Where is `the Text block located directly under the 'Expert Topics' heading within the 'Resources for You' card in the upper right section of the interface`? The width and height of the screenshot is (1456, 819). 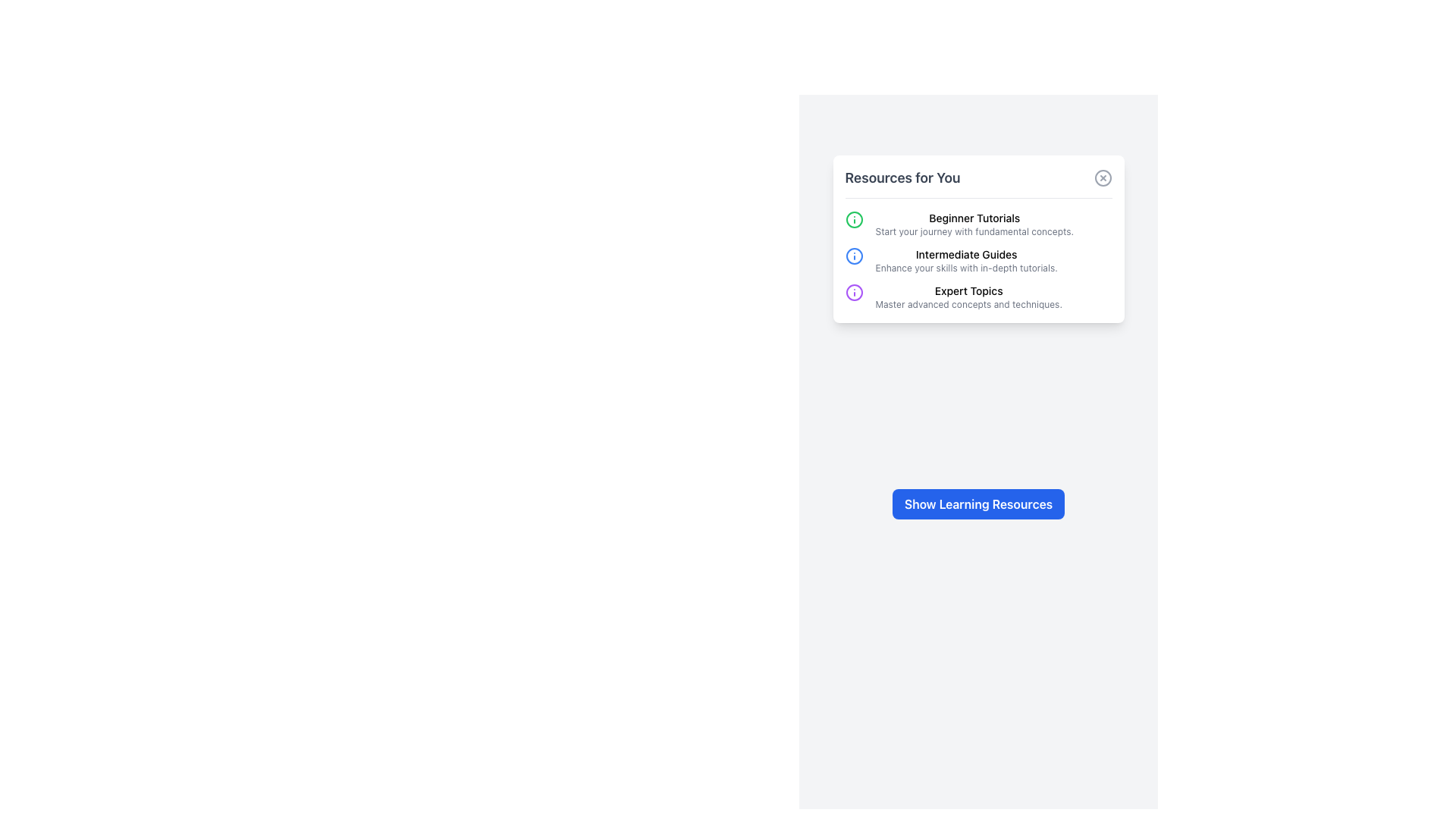
the Text block located directly under the 'Expert Topics' heading within the 'Resources for You' card in the upper right section of the interface is located at coordinates (968, 304).